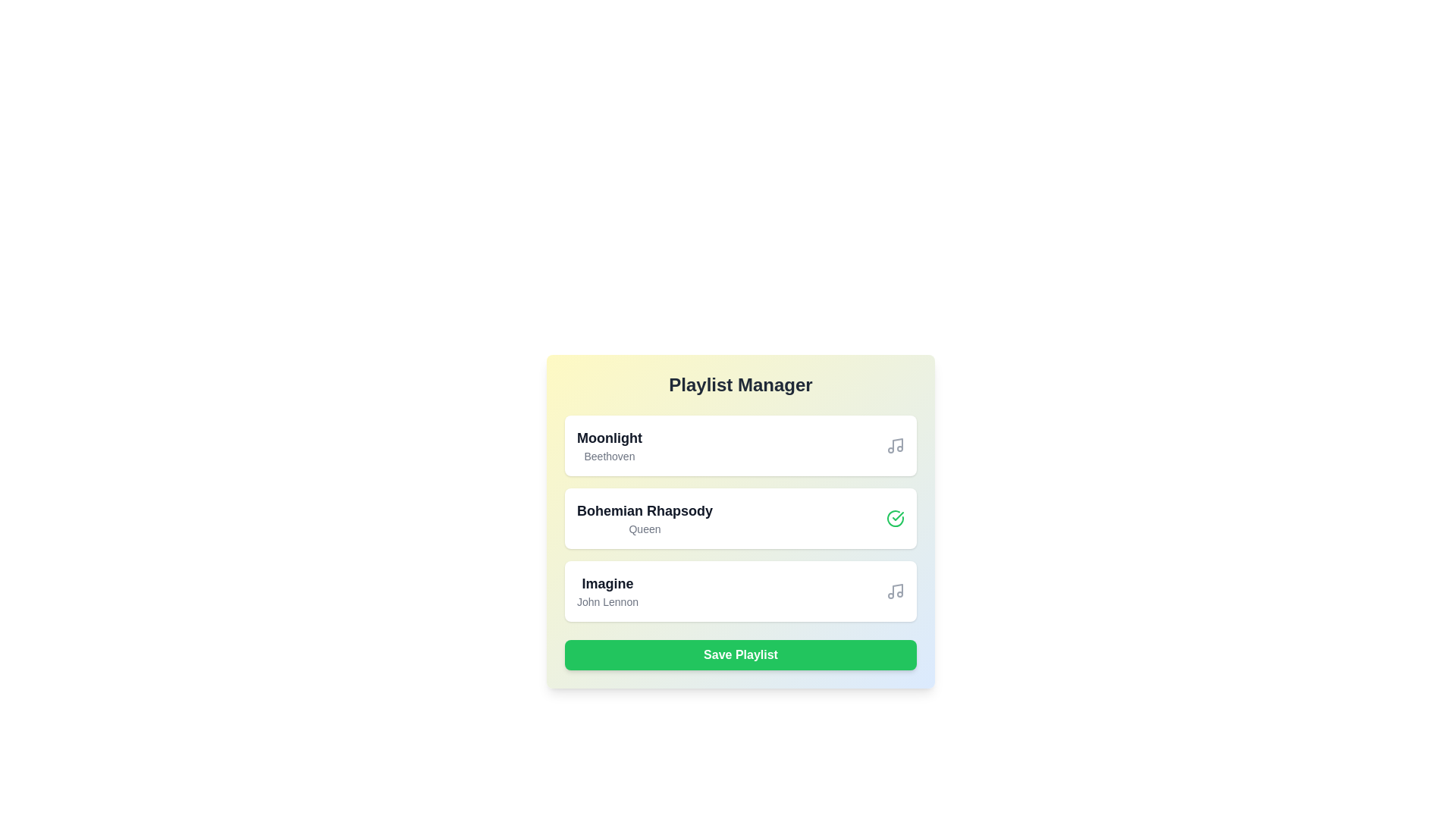  I want to click on the song titled 'Bohemian Rhapsody' to inspect its details, so click(644, 517).